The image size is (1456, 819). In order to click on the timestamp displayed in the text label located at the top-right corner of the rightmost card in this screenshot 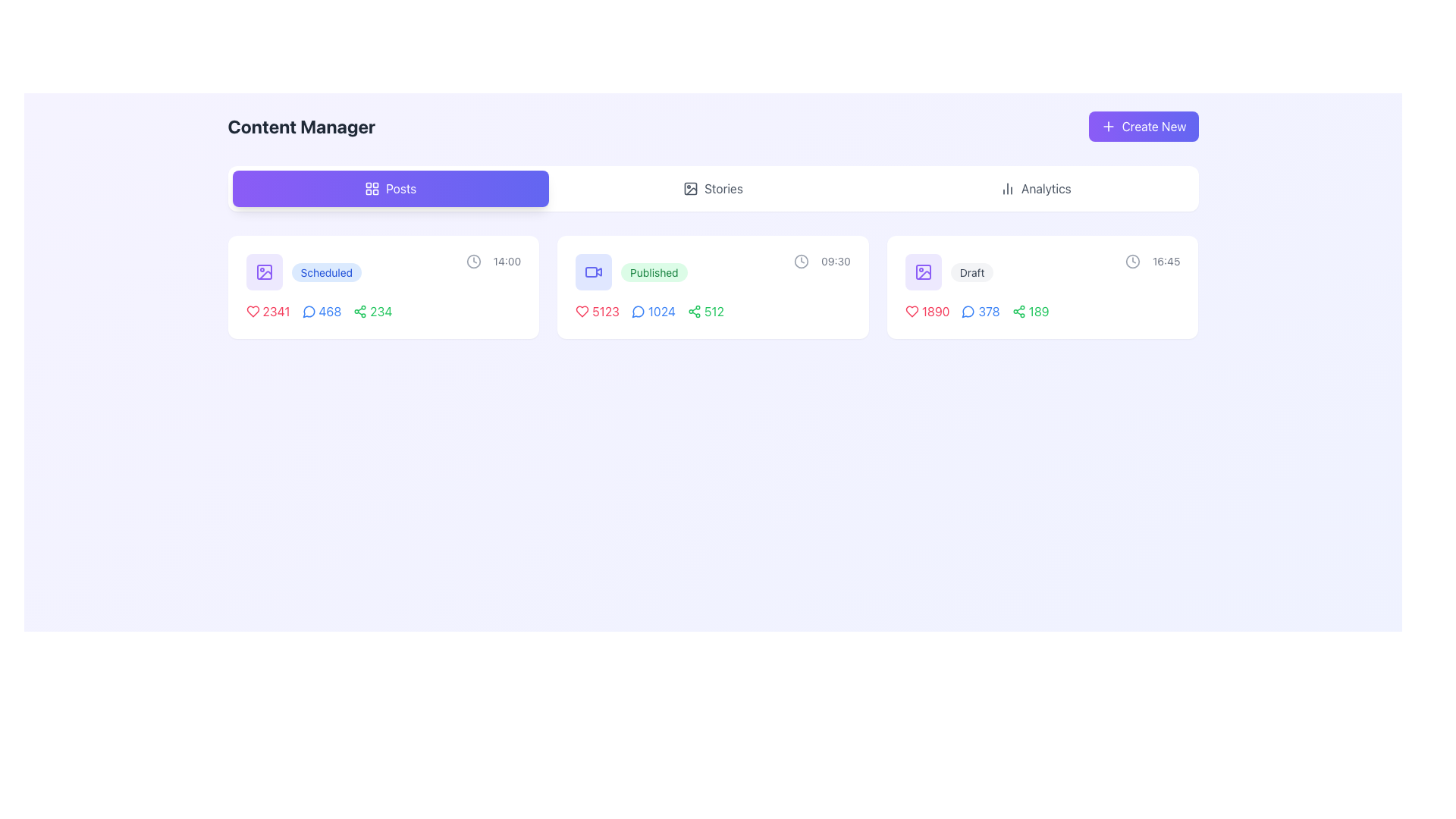, I will do `click(1166, 260)`.